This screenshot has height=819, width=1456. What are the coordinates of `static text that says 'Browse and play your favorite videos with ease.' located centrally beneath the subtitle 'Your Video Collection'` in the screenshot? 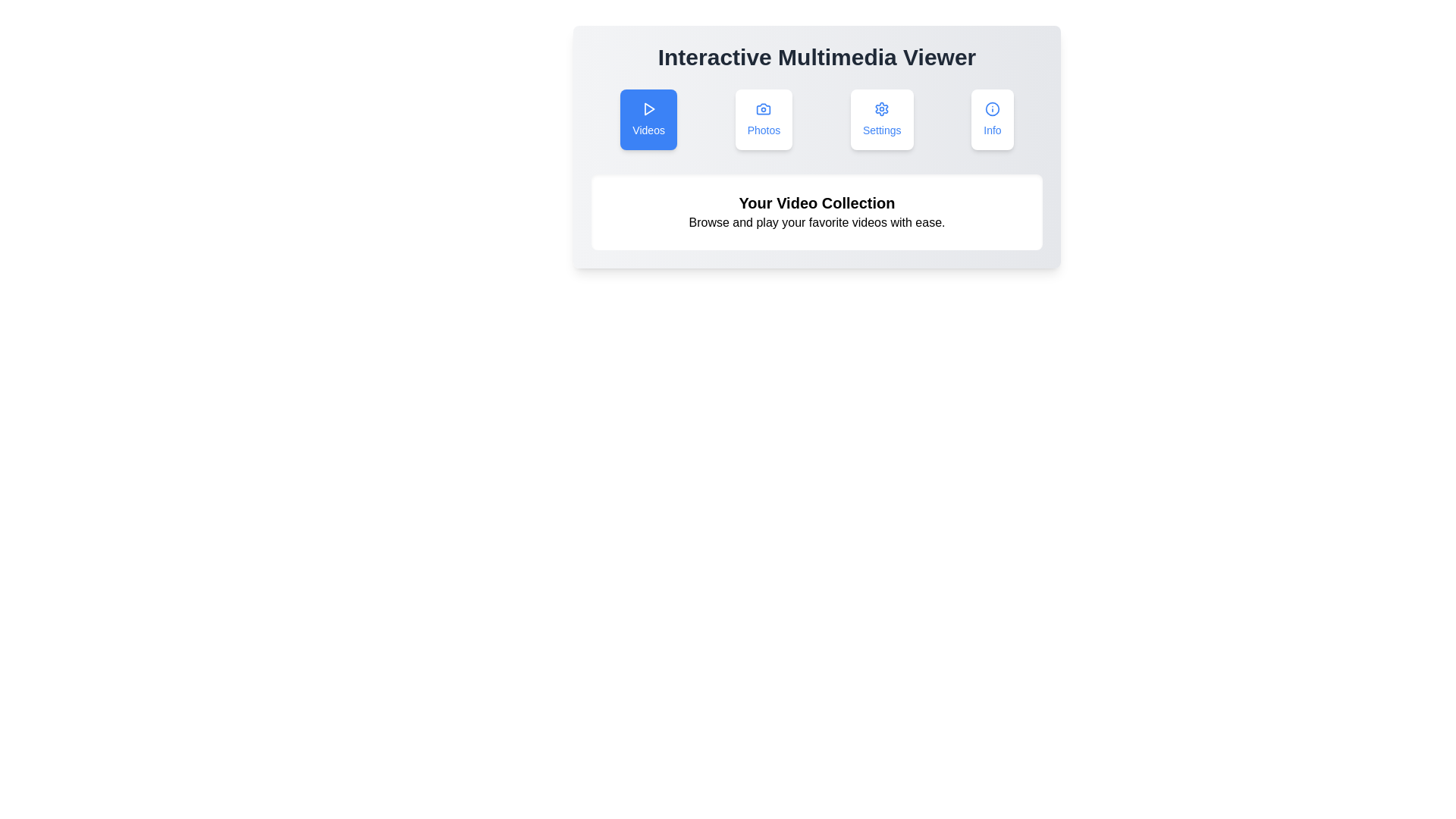 It's located at (816, 222).